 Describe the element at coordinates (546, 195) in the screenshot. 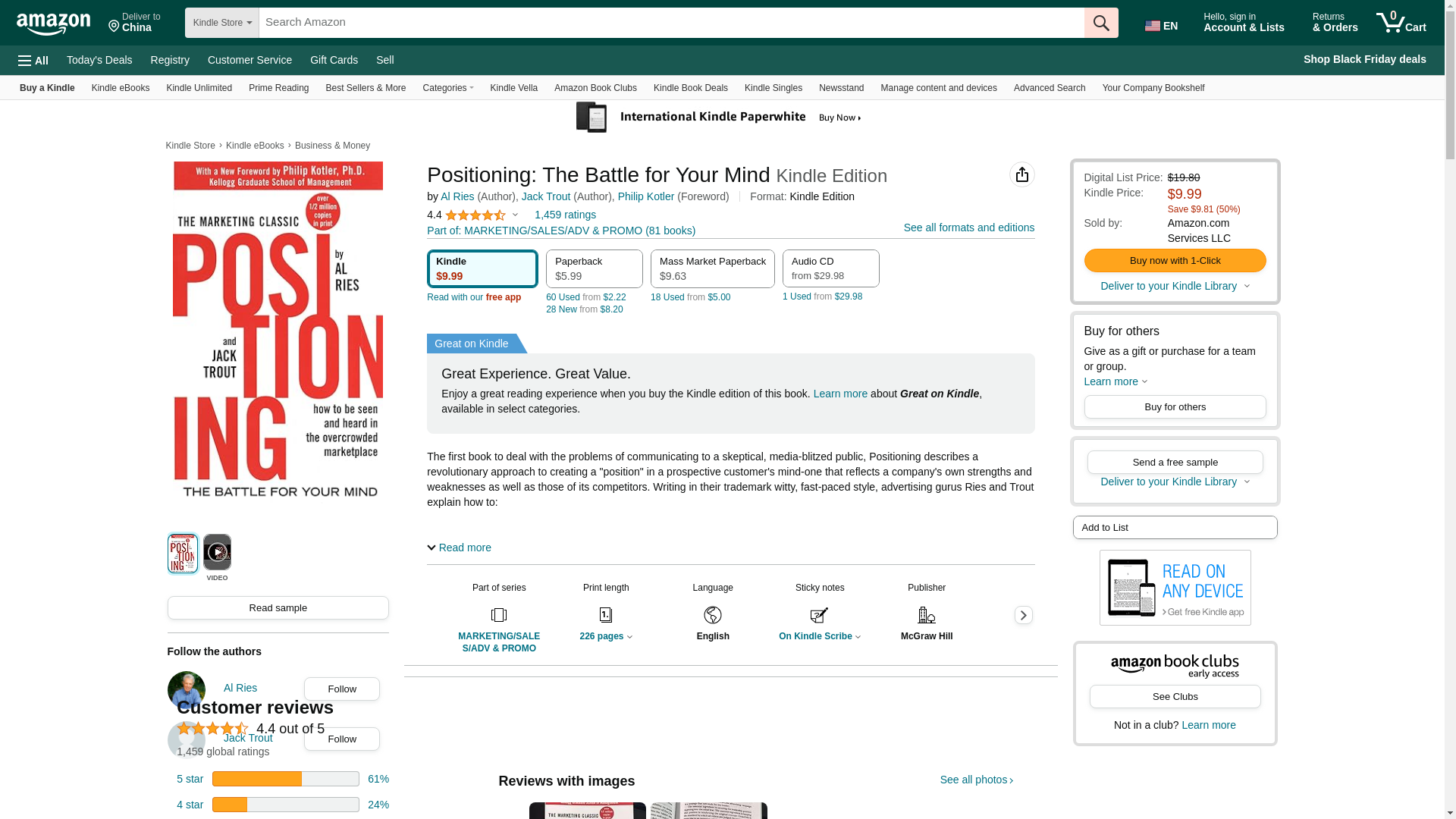

I see `'Jack Trout'` at that location.